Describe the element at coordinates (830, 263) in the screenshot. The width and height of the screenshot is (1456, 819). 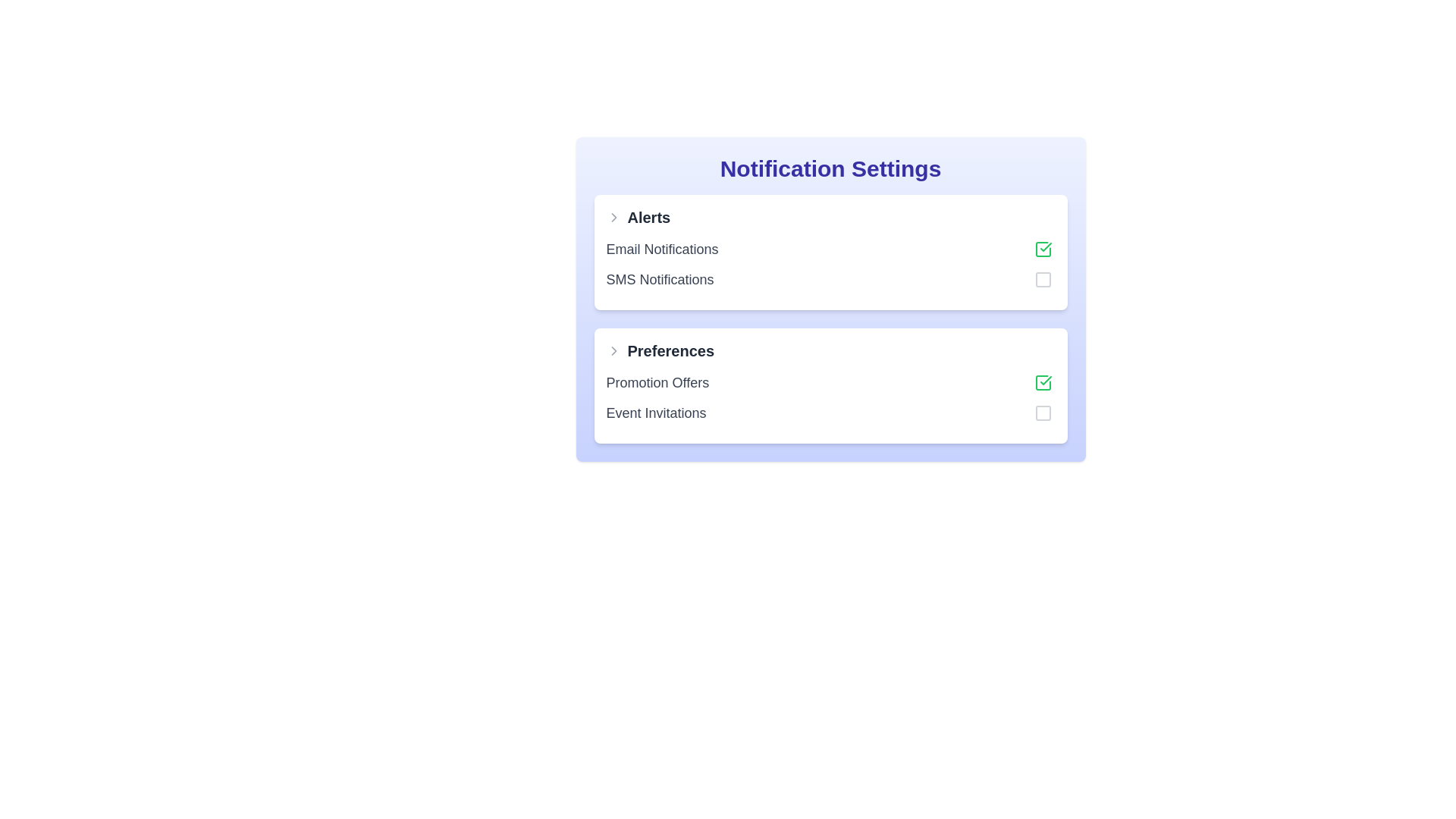
I see `the checkbox next to 'Email Notifications'` at that location.